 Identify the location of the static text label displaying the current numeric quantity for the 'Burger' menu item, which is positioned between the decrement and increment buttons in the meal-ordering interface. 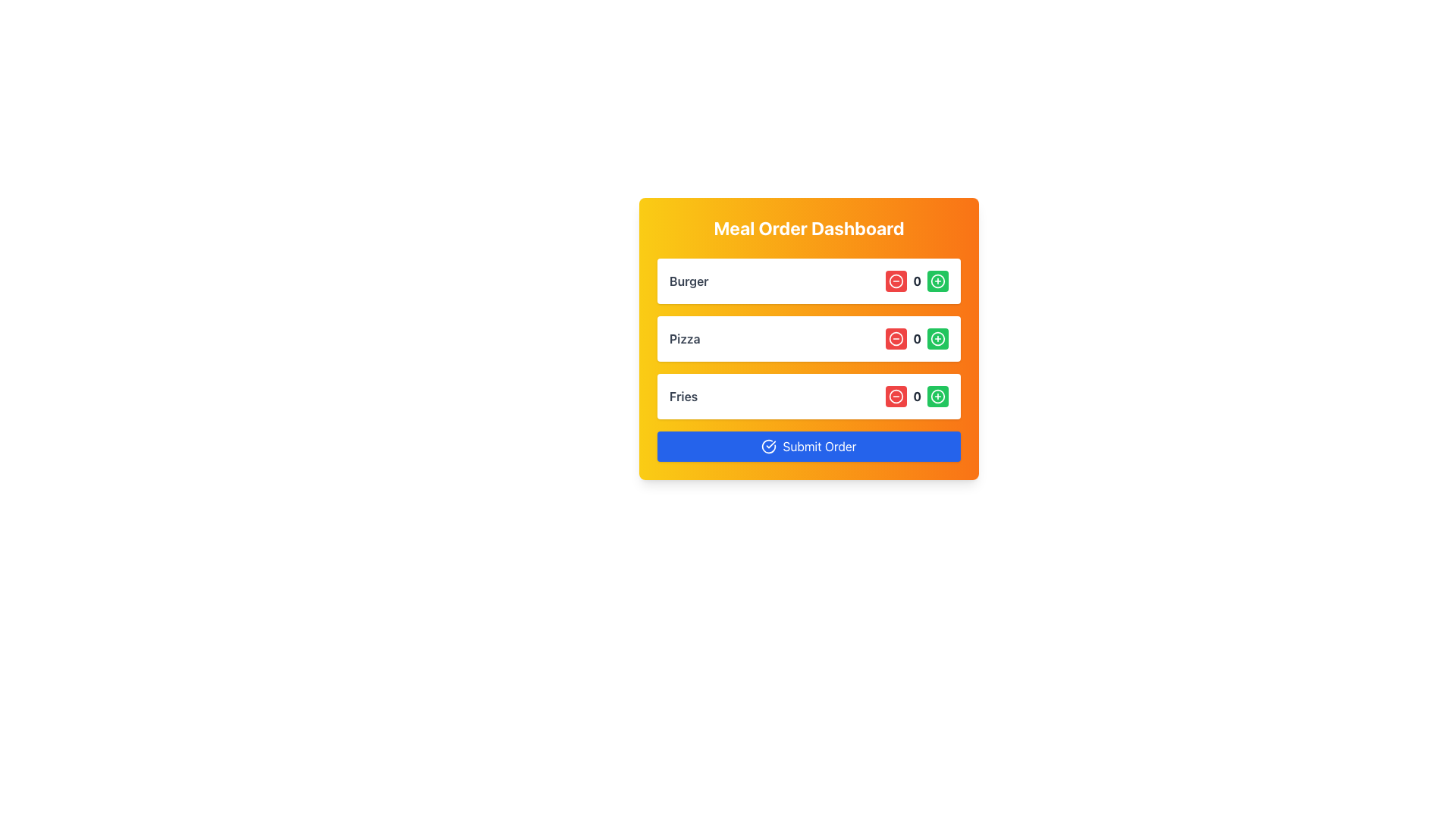
(916, 281).